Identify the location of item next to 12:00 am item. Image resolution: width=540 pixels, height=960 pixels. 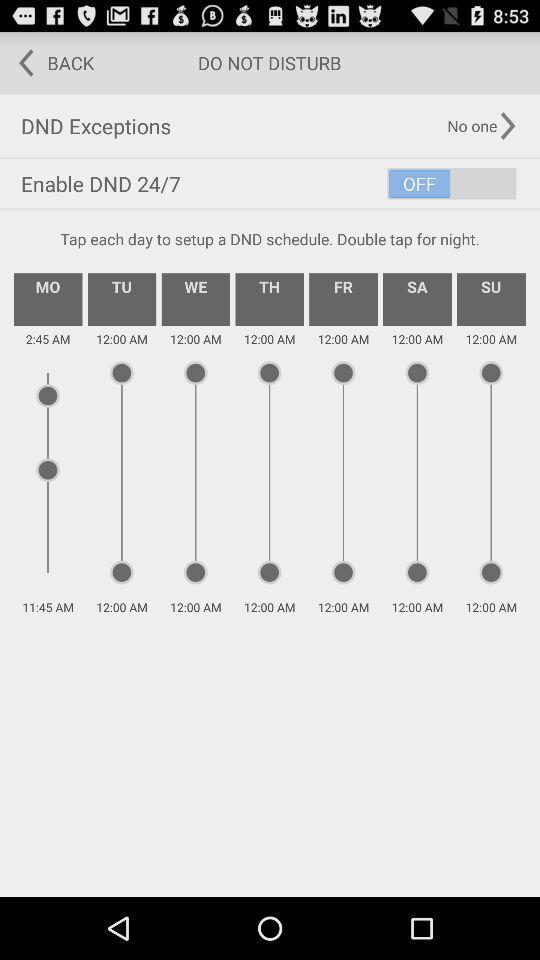
(342, 298).